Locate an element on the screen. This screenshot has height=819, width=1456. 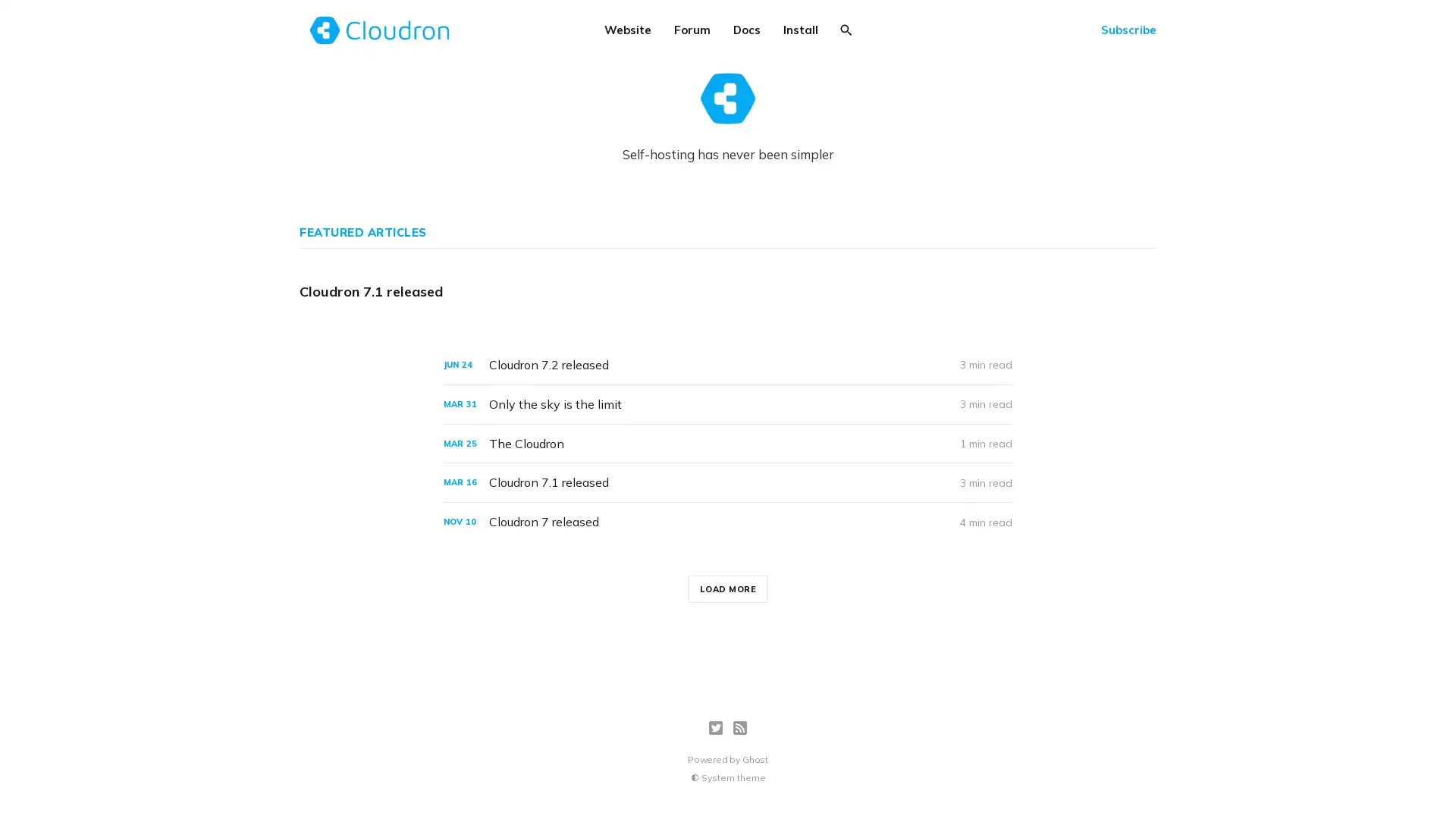
LOAD MORE is located at coordinates (726, 588).